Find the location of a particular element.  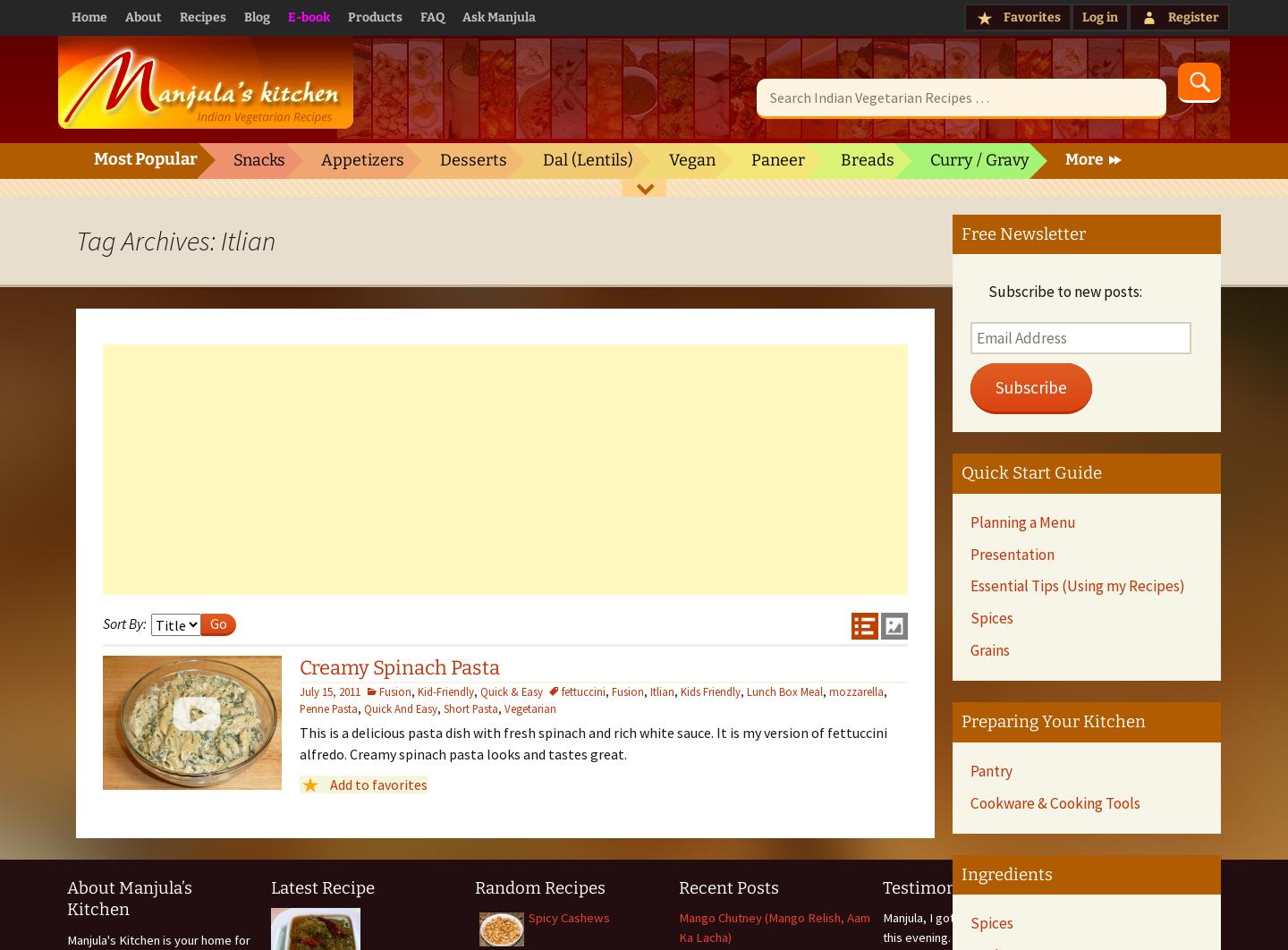

'E-book' is located at coordinates (309, 17).